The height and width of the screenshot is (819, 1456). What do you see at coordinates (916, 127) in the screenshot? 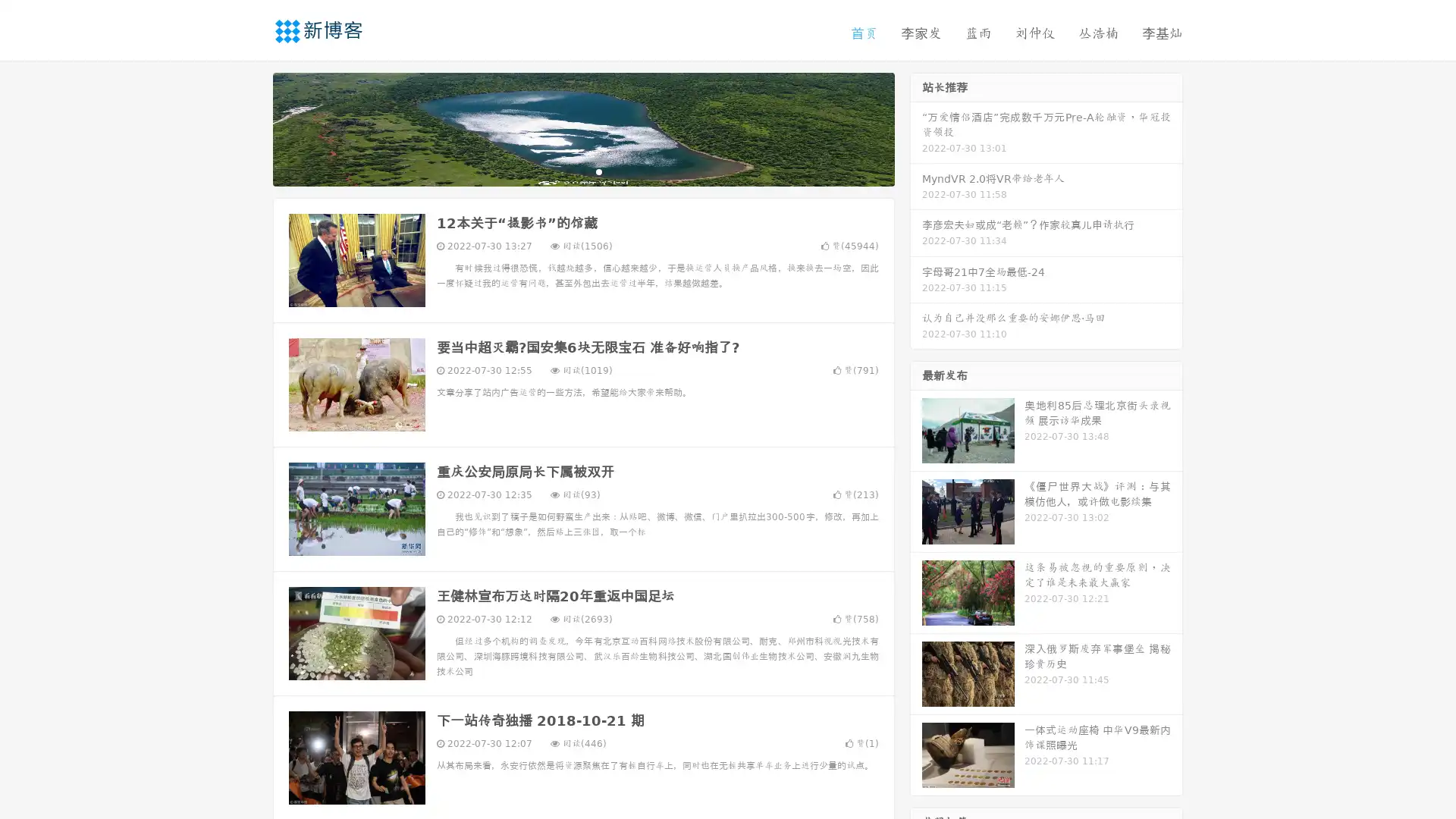
I see `Next slide` at bounding box center [916, 127].